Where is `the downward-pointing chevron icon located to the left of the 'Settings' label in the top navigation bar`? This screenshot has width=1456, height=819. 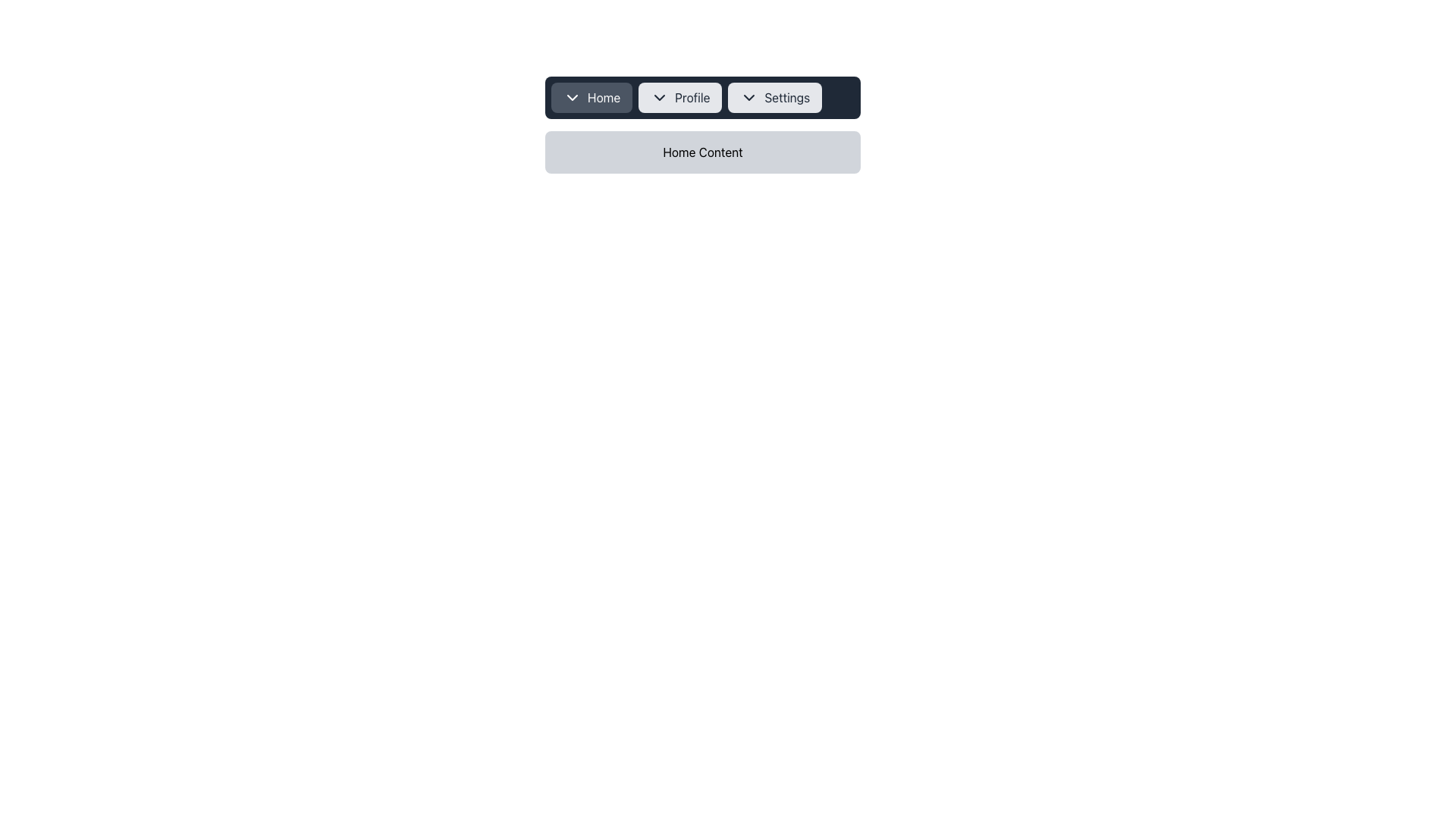 the downward-pointing chevron icon located to the left of the 'Settings' label in the top navigation bar is located at coordinates (749, 97).